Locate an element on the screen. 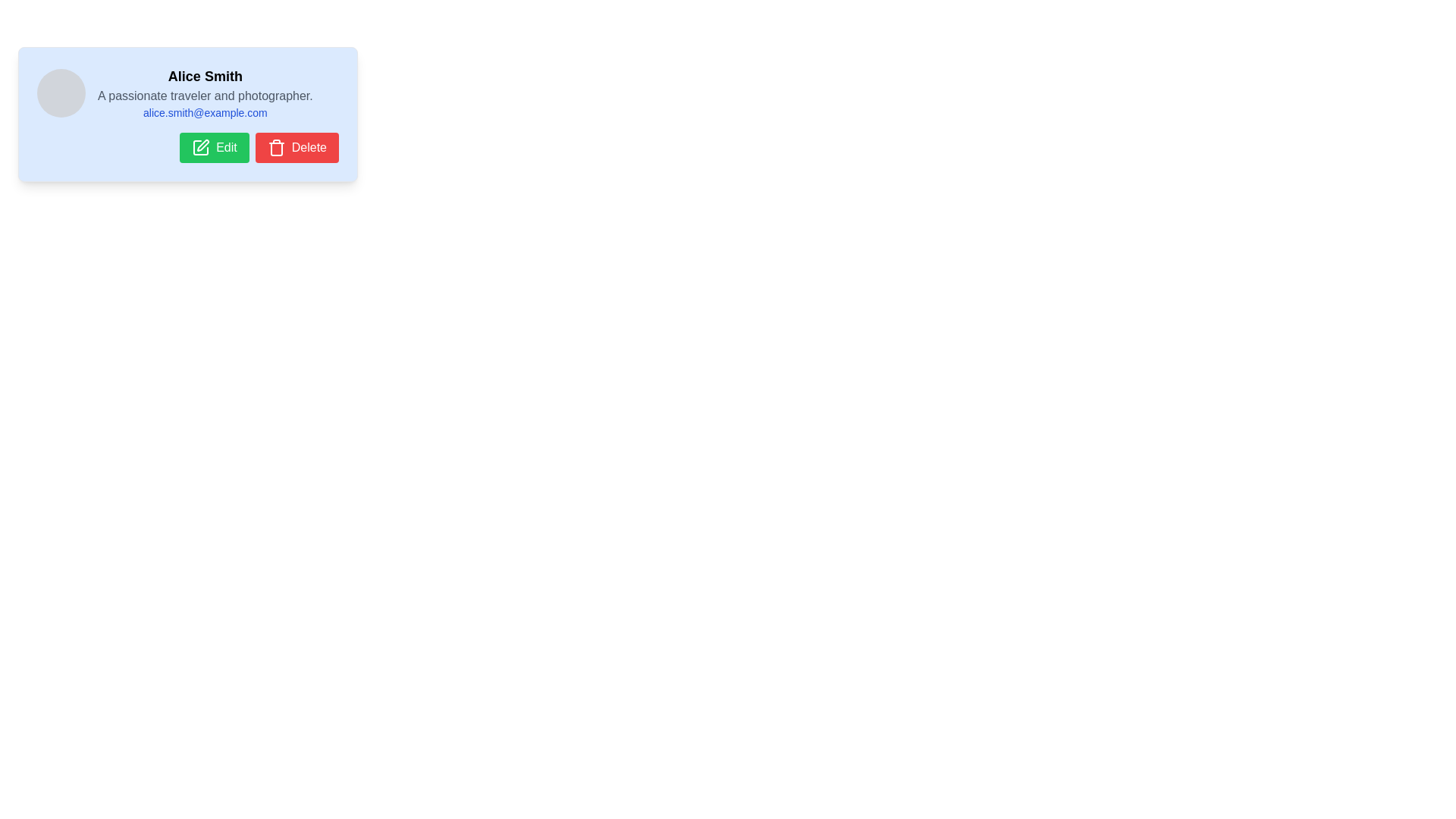  the trash bin icon located to the left of the 'Delete' text in the bottom-right corner of the user information card is located at coordinates (276, 148).